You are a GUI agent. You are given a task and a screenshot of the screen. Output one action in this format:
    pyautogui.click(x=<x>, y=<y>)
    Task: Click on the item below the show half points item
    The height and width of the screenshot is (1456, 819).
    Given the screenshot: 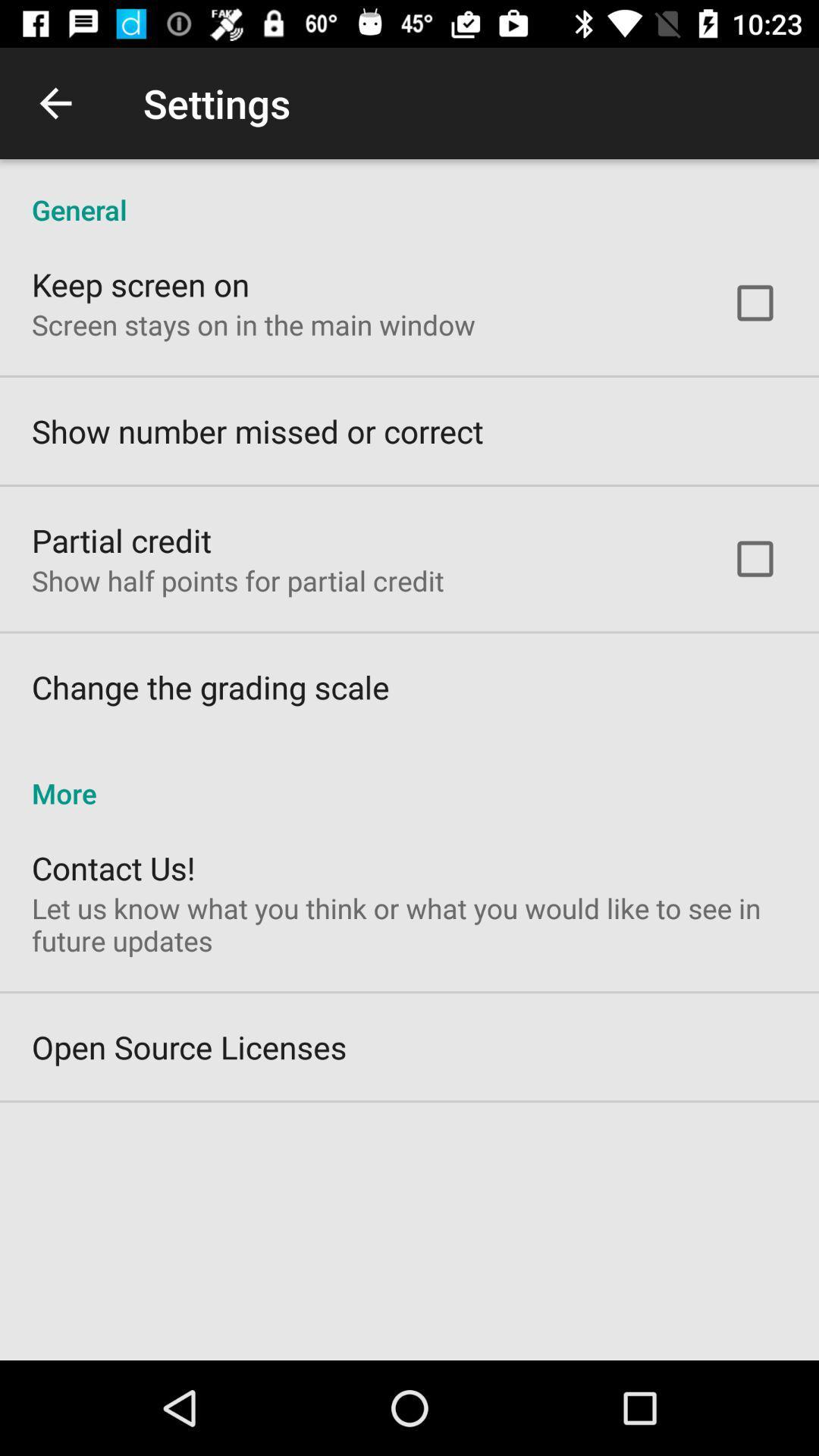 What is the action you would take?
    pyautogui.click(x=210, y=686)
    